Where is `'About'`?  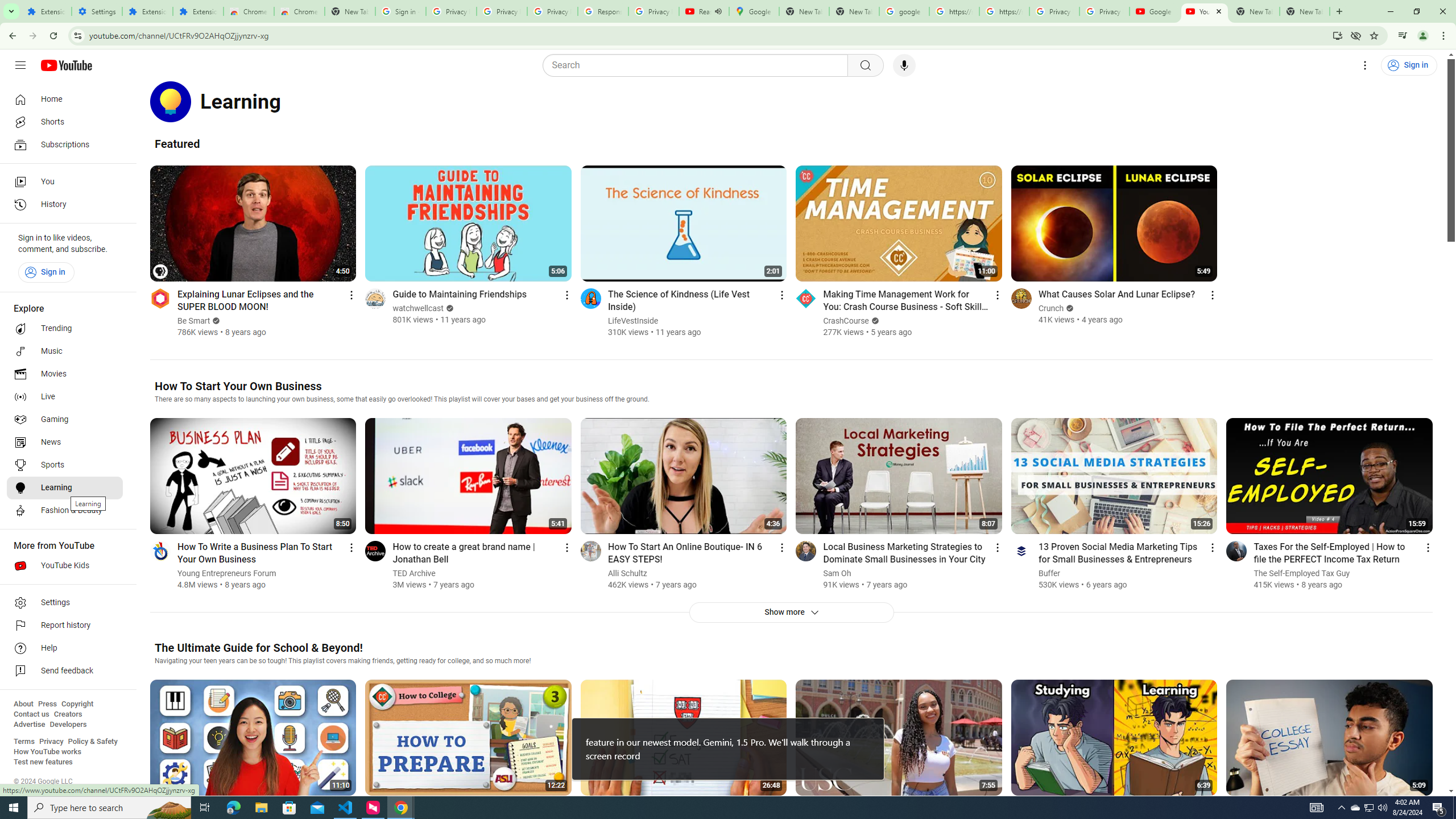
'About' is located at coordinates (23, 704).